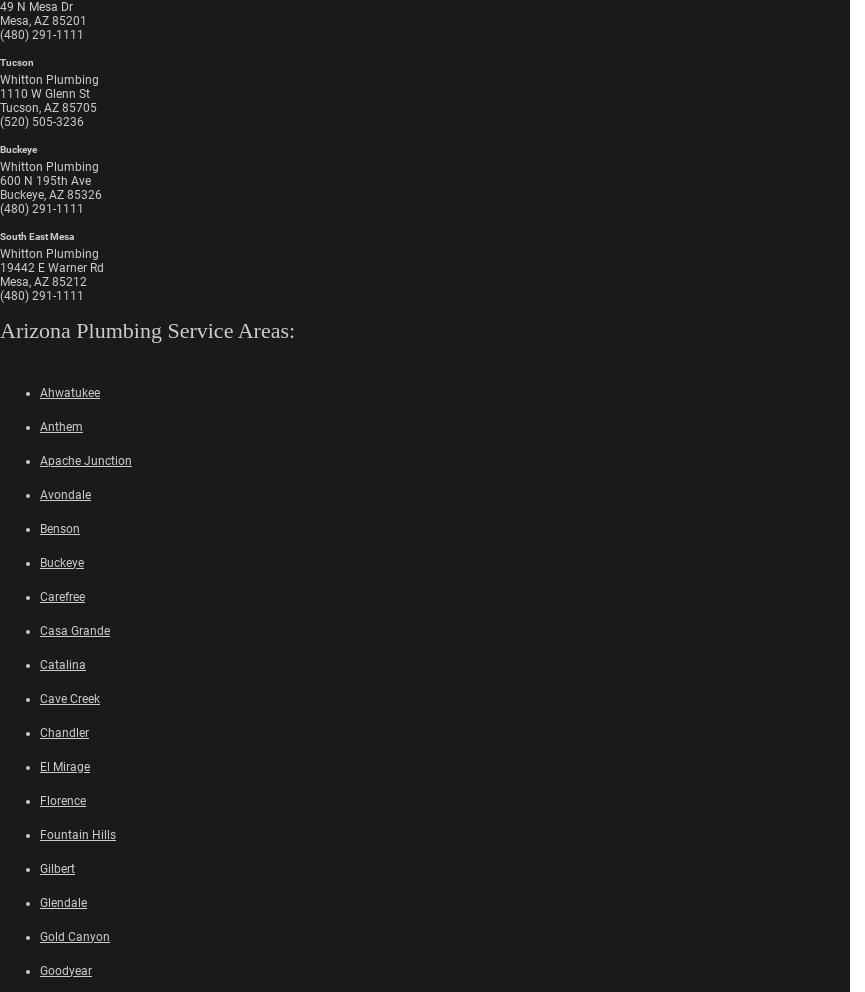 The height and width of the screenshot is (992, 865). What do you see at coordinates (39, 424) in the screenshot?
I see `'Anthem'` at bounding box center [39, 424].